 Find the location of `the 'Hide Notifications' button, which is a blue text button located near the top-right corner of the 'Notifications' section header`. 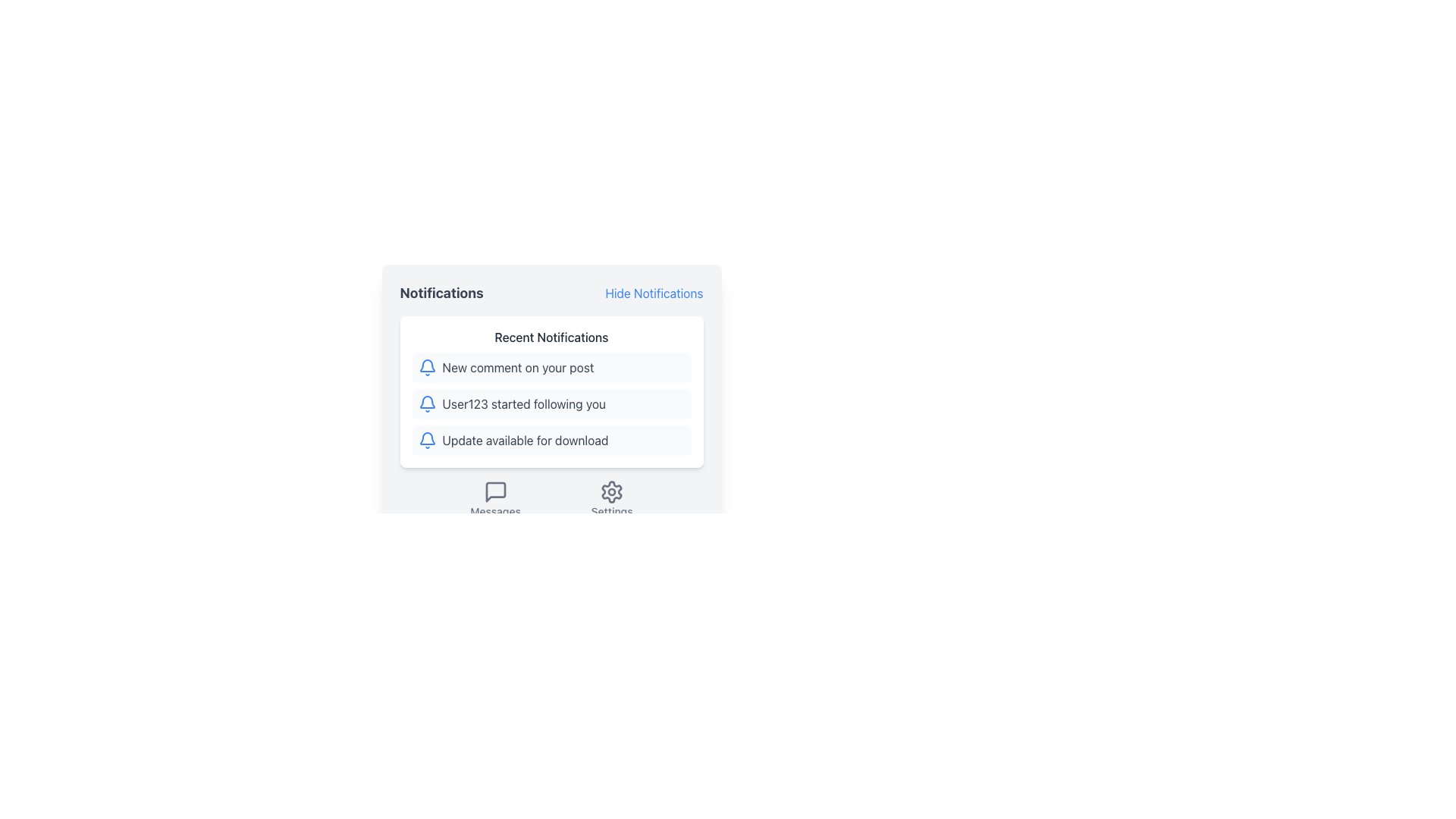

the 'Hide Notifications' button, which is a blue text button located near the top-right corner of the 'Notifications' section header is located at coordinates (654, 293).